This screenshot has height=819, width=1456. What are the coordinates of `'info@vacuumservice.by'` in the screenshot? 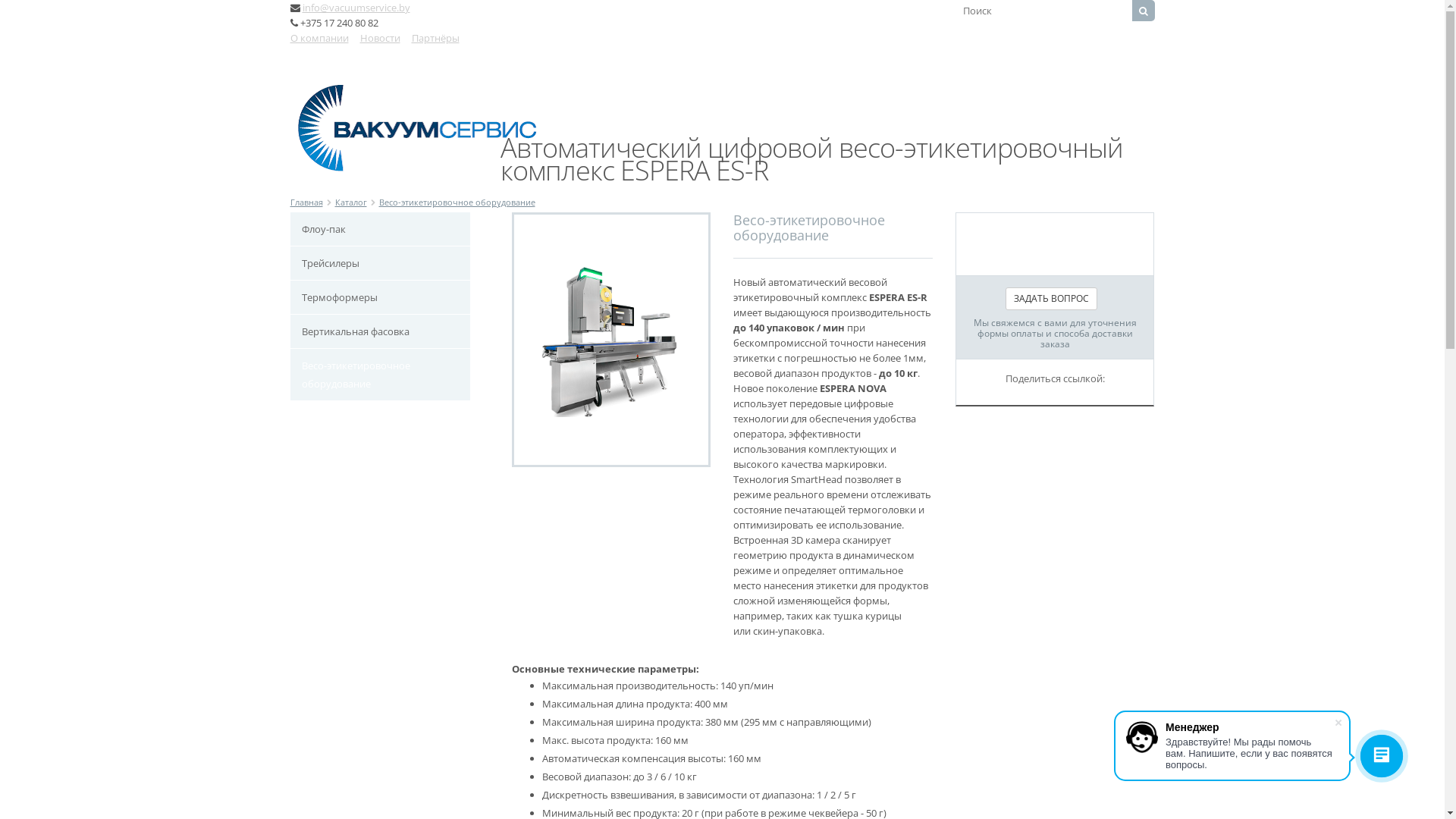 It's located at (302, 8).